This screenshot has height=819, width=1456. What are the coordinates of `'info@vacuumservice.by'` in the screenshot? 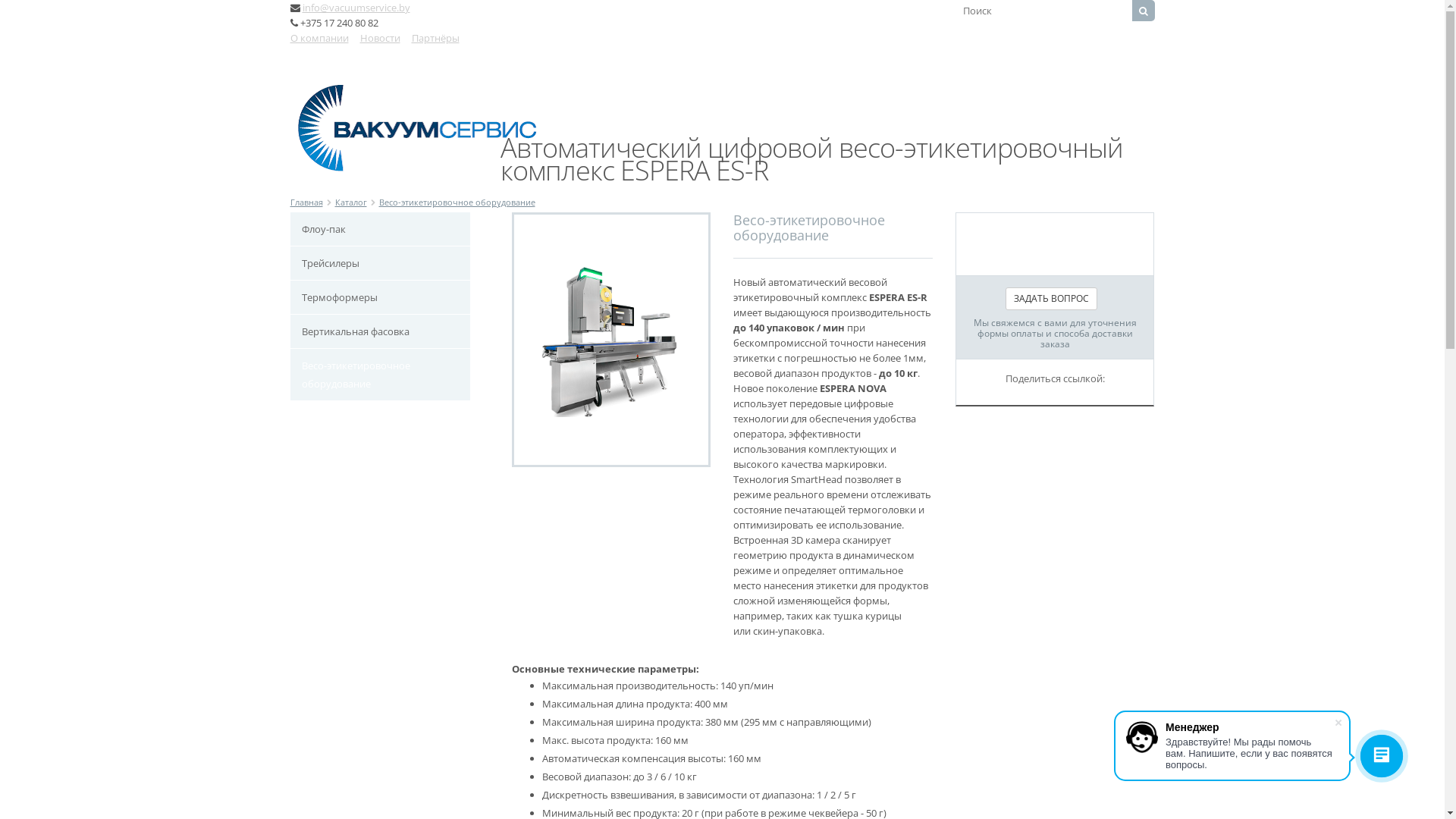 It's located at (302, 8).